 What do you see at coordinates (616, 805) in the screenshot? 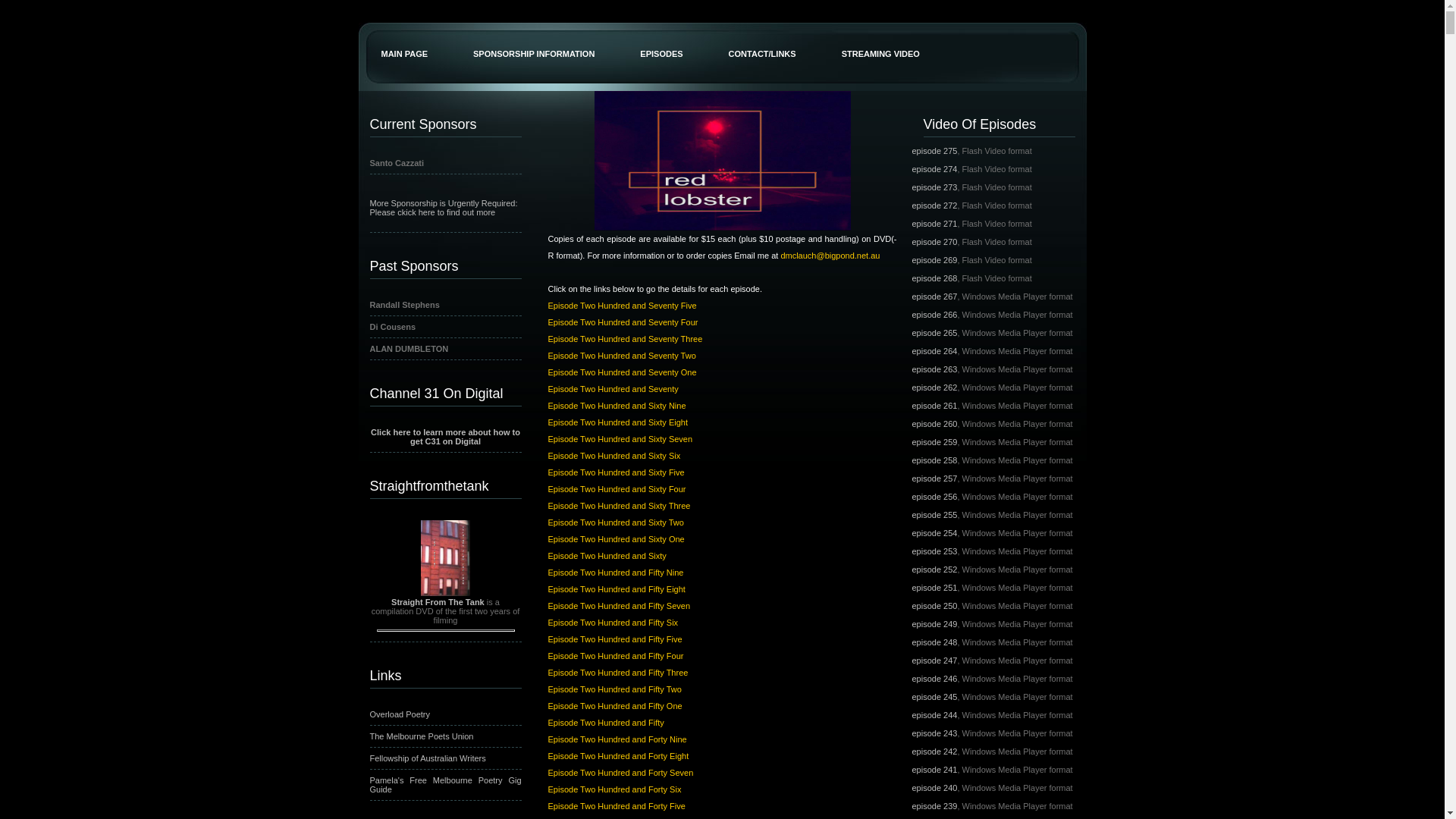
I see `'Episode Two Hundred and Forty Five'` at bounding box center [616, 805].